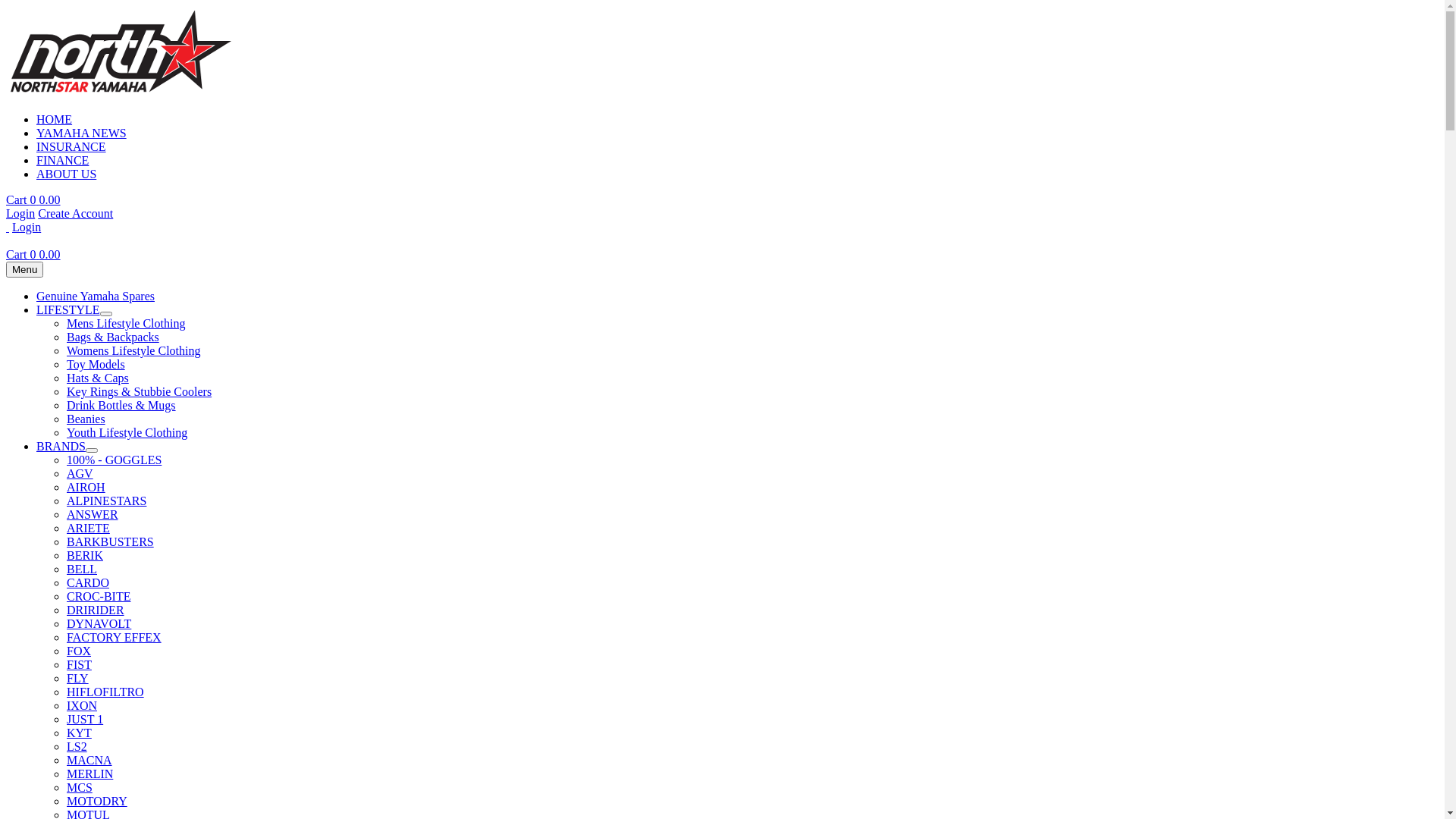 The width and height of the screenshot is (1456, 819). I want to click on 'Drink Bottles & Mugs', so click(120, 404).